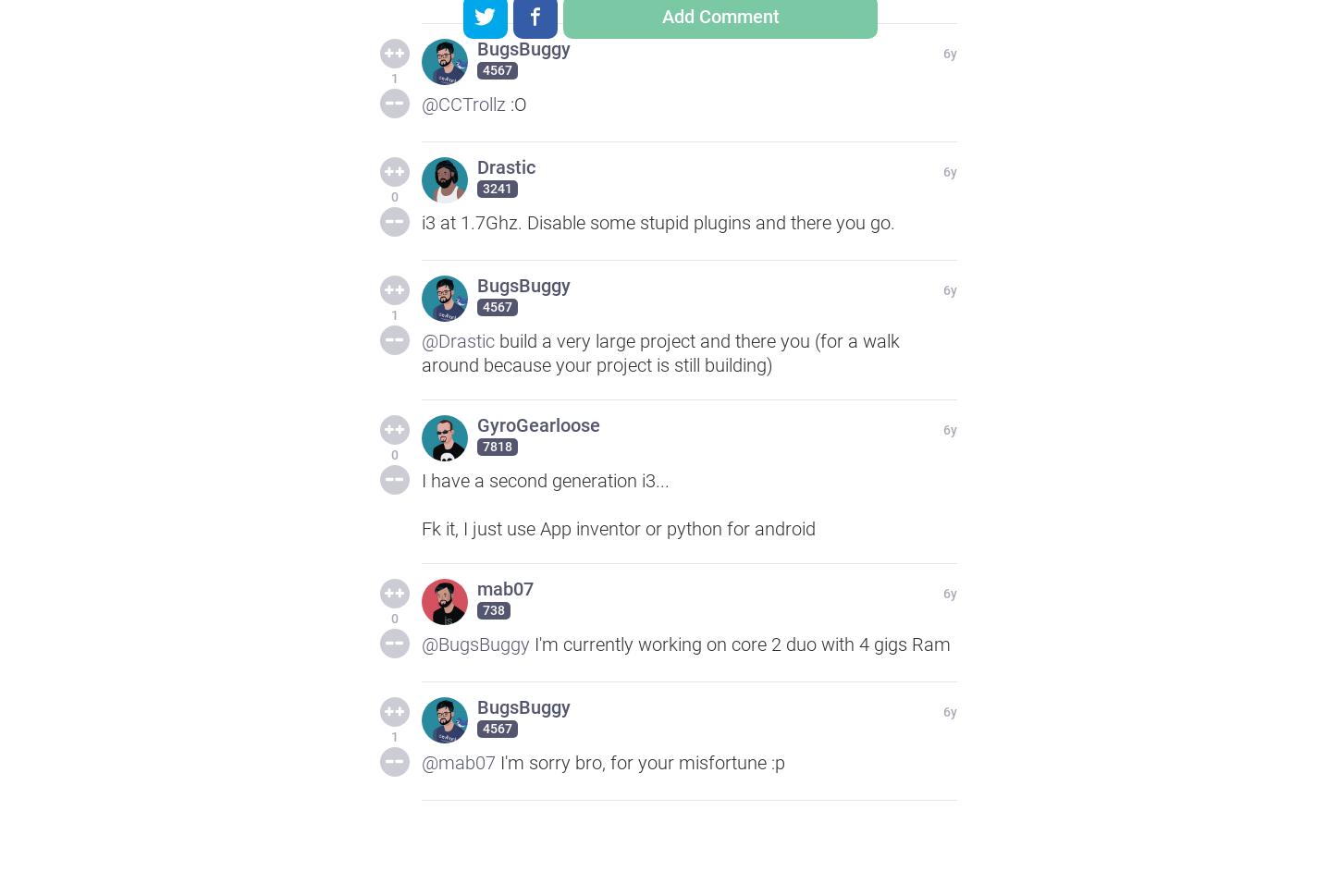 This screenshot has width=1341, height=896. I want to click on '@Drastic', so click(458, 340).